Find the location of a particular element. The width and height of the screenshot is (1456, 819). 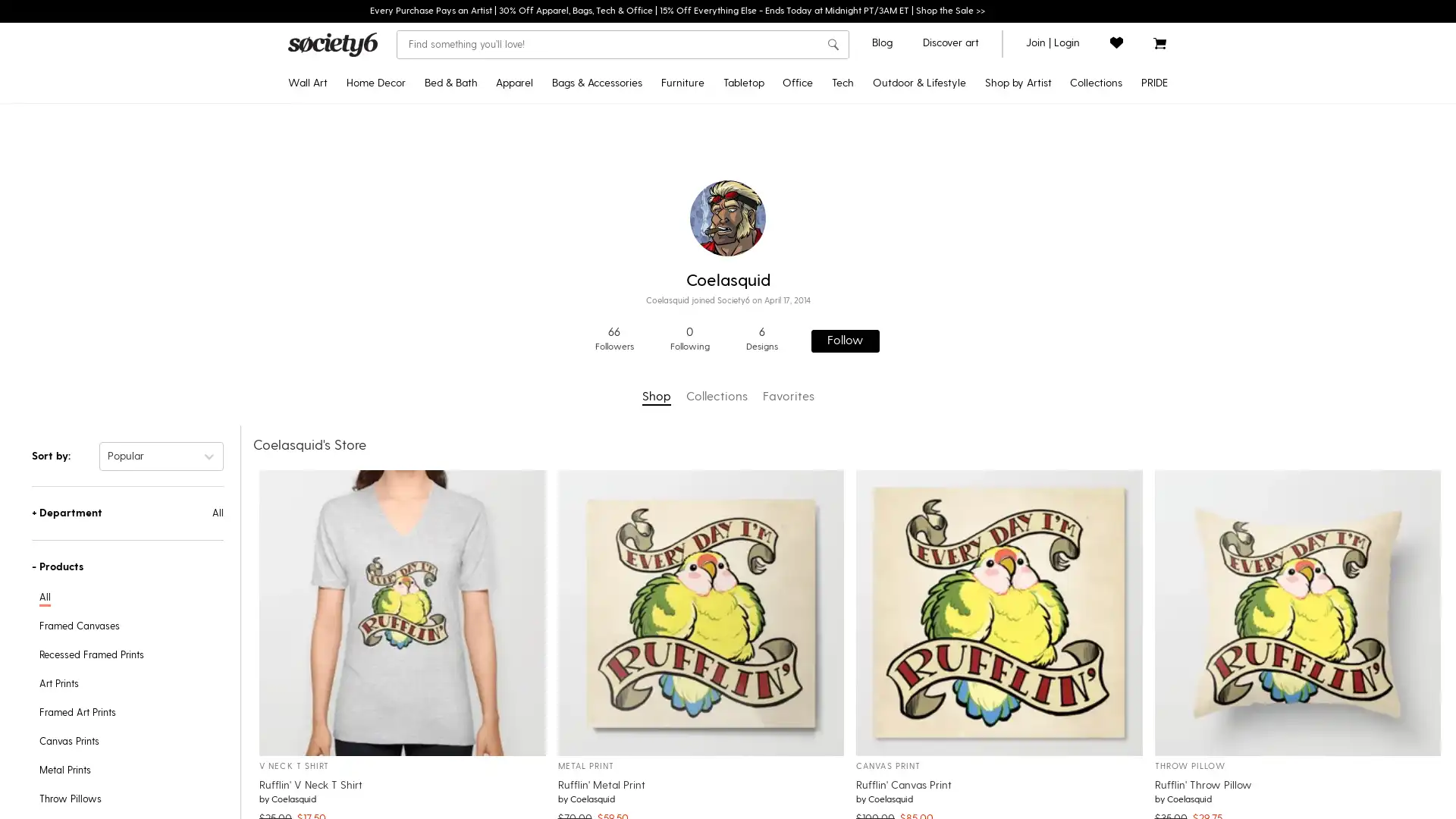

Pixar is located at coordinates (977, 170).